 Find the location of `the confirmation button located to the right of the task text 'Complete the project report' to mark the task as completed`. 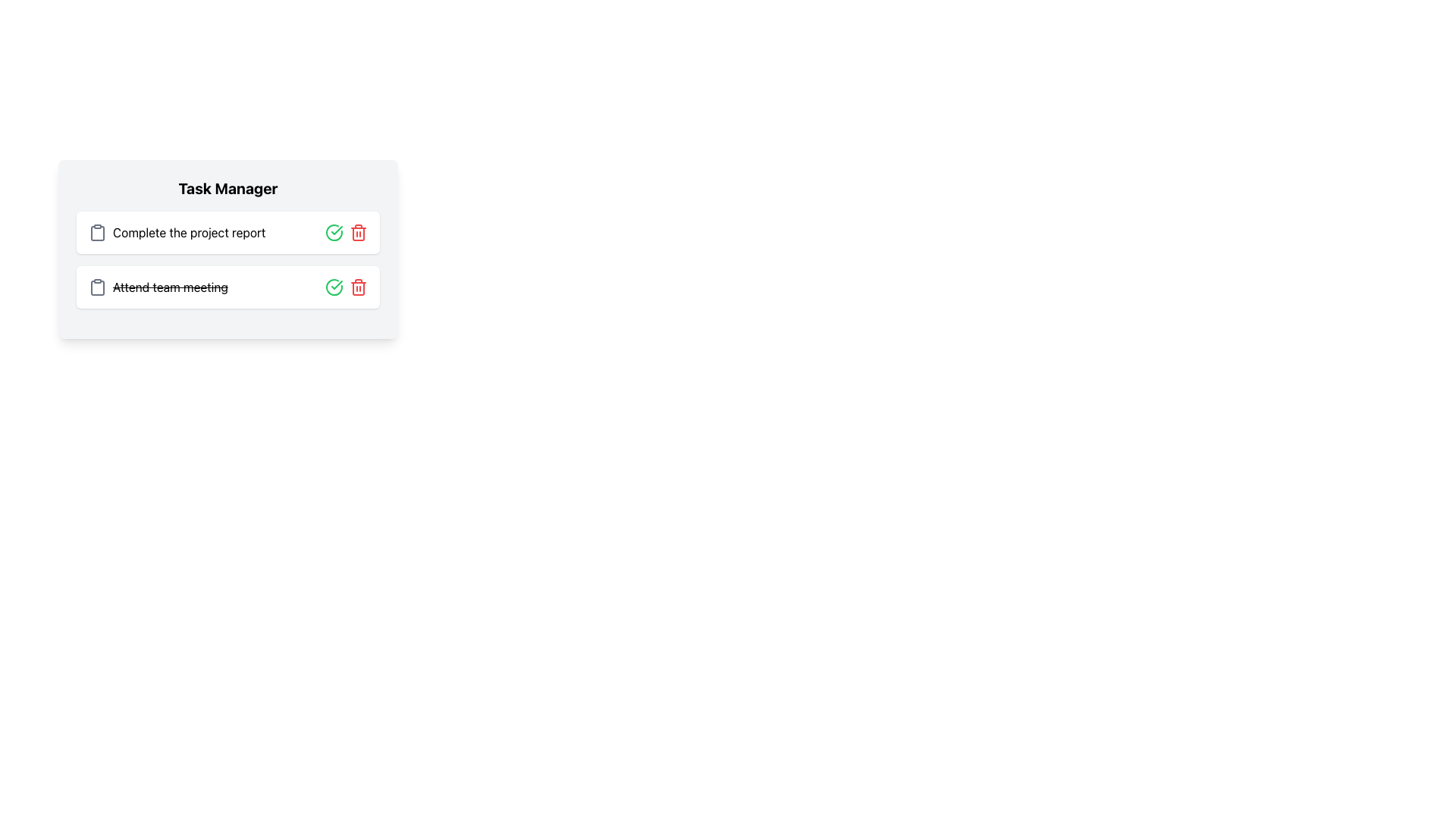

the confirmation button located to the right of the task text 'Complete the project report' to mark the task as completed is located at coordinates (334, 233).